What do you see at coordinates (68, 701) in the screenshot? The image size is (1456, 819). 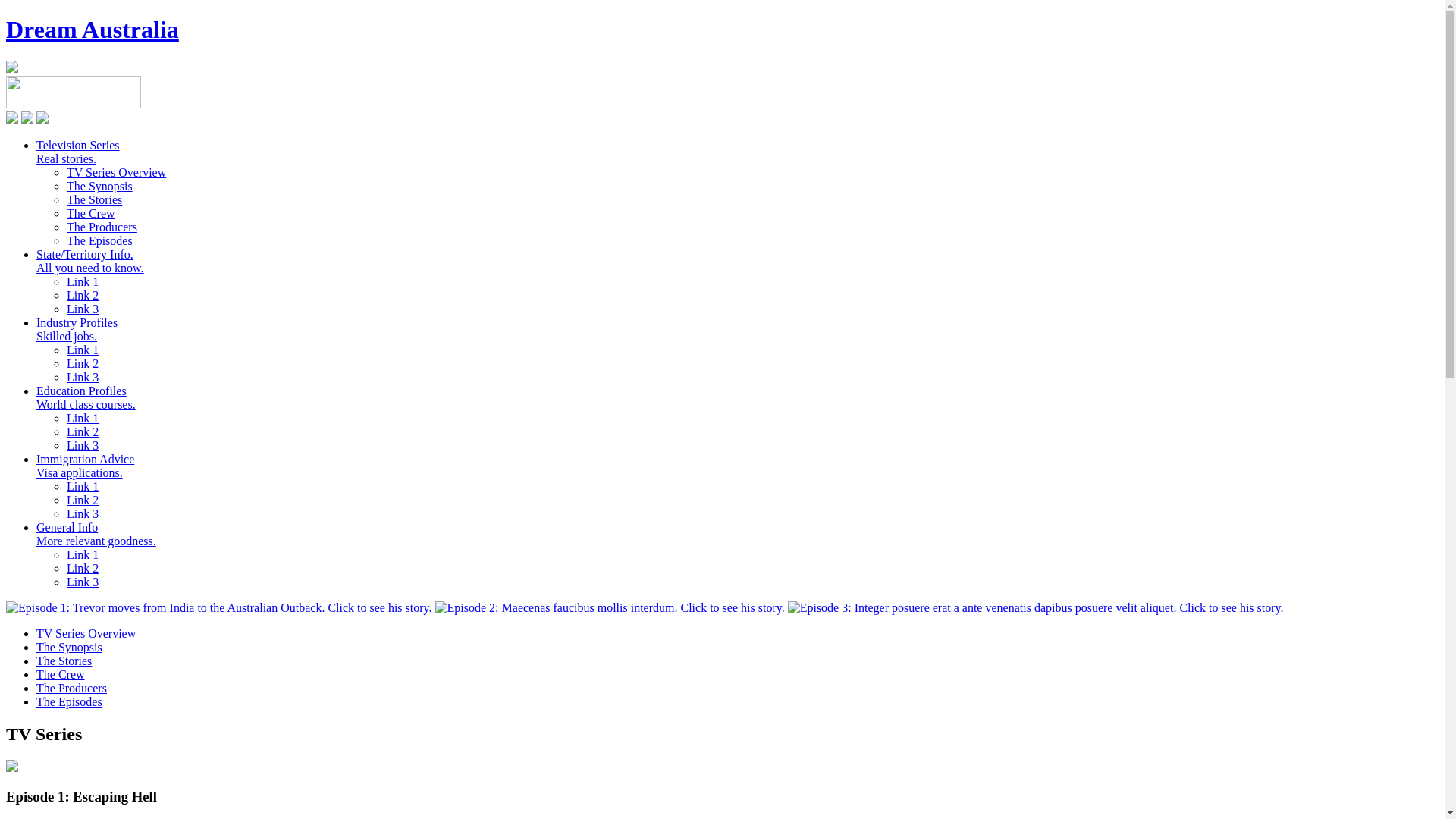 I see `'The Episodes'` at bounding box center [68, 701].